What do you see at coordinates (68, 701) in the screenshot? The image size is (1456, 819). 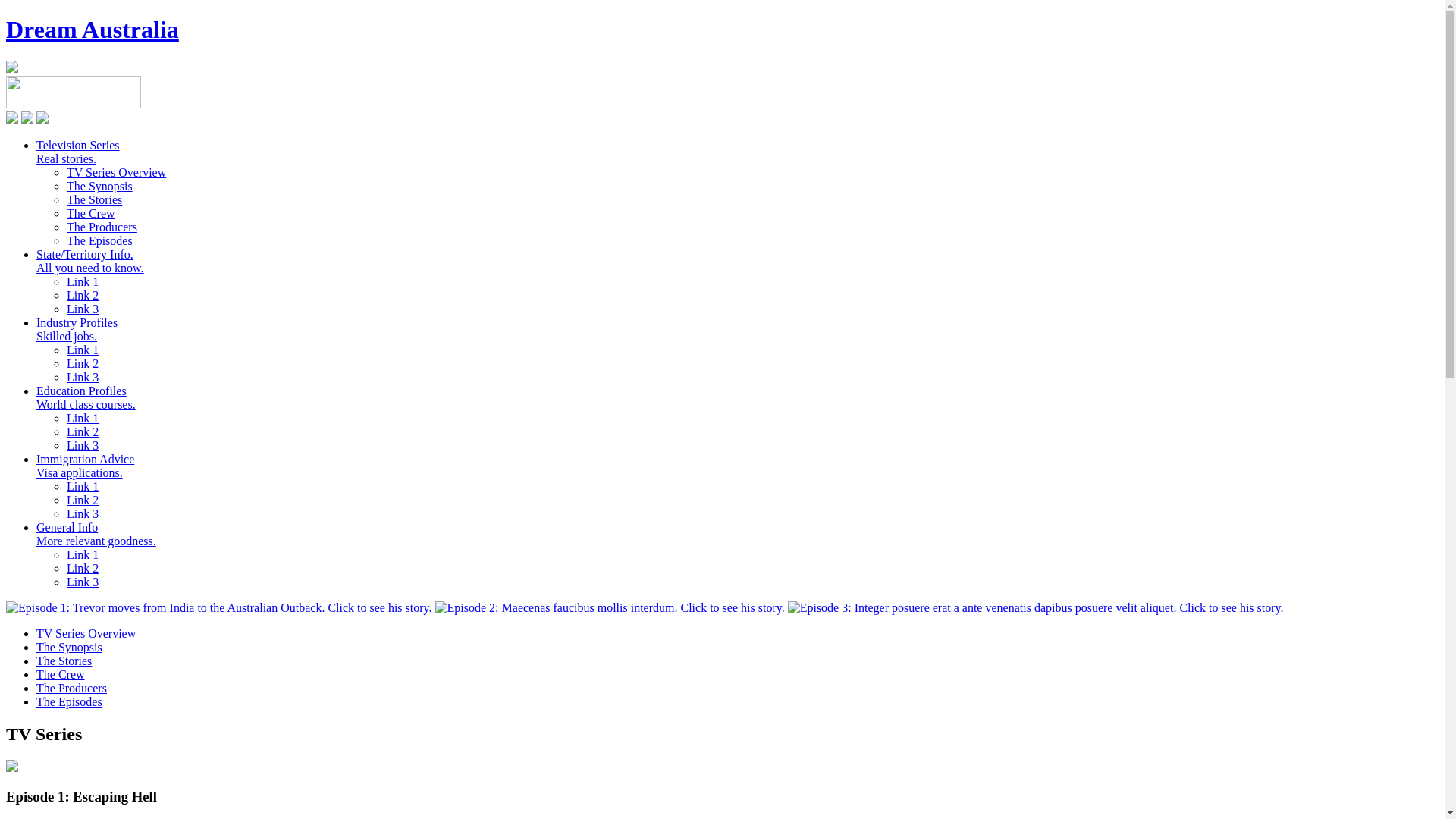 I see `'The Episodes'` at bounding box center [68, 701].